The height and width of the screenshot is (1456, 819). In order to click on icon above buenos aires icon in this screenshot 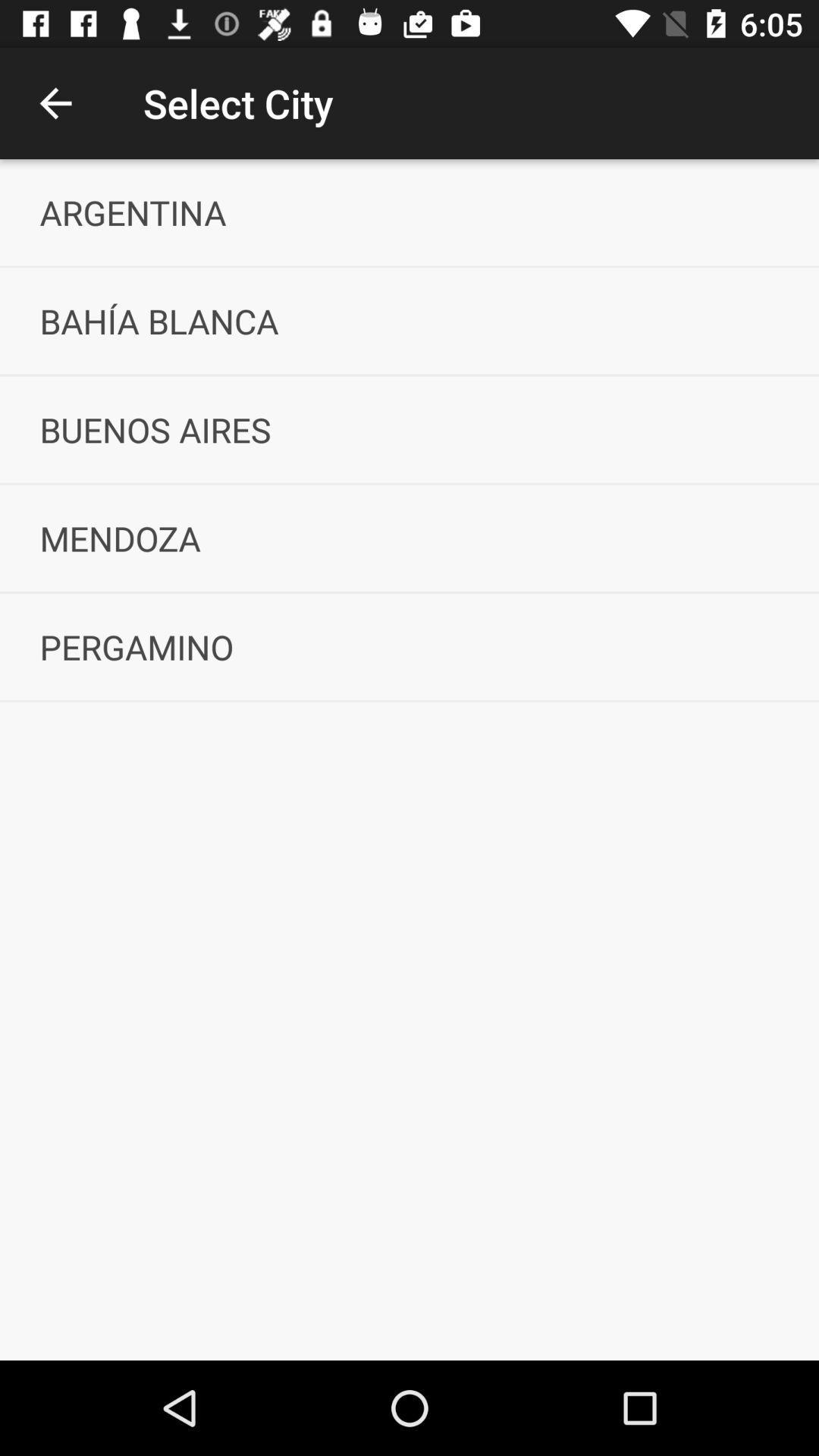, I will do `click(409, 320)`.